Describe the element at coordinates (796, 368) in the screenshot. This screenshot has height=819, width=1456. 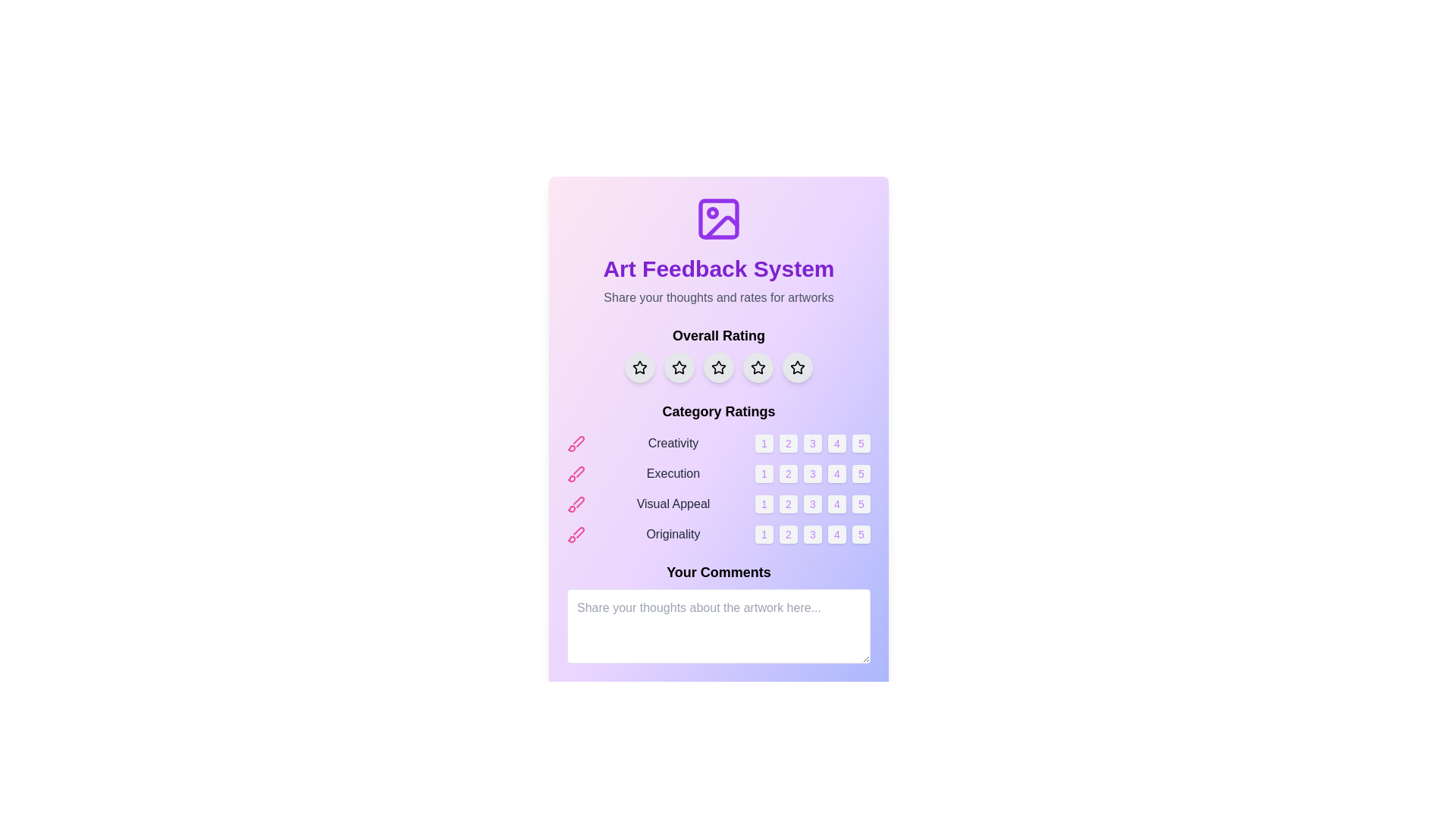
I see `the fifth star icon in the five-star rating system` at that location.